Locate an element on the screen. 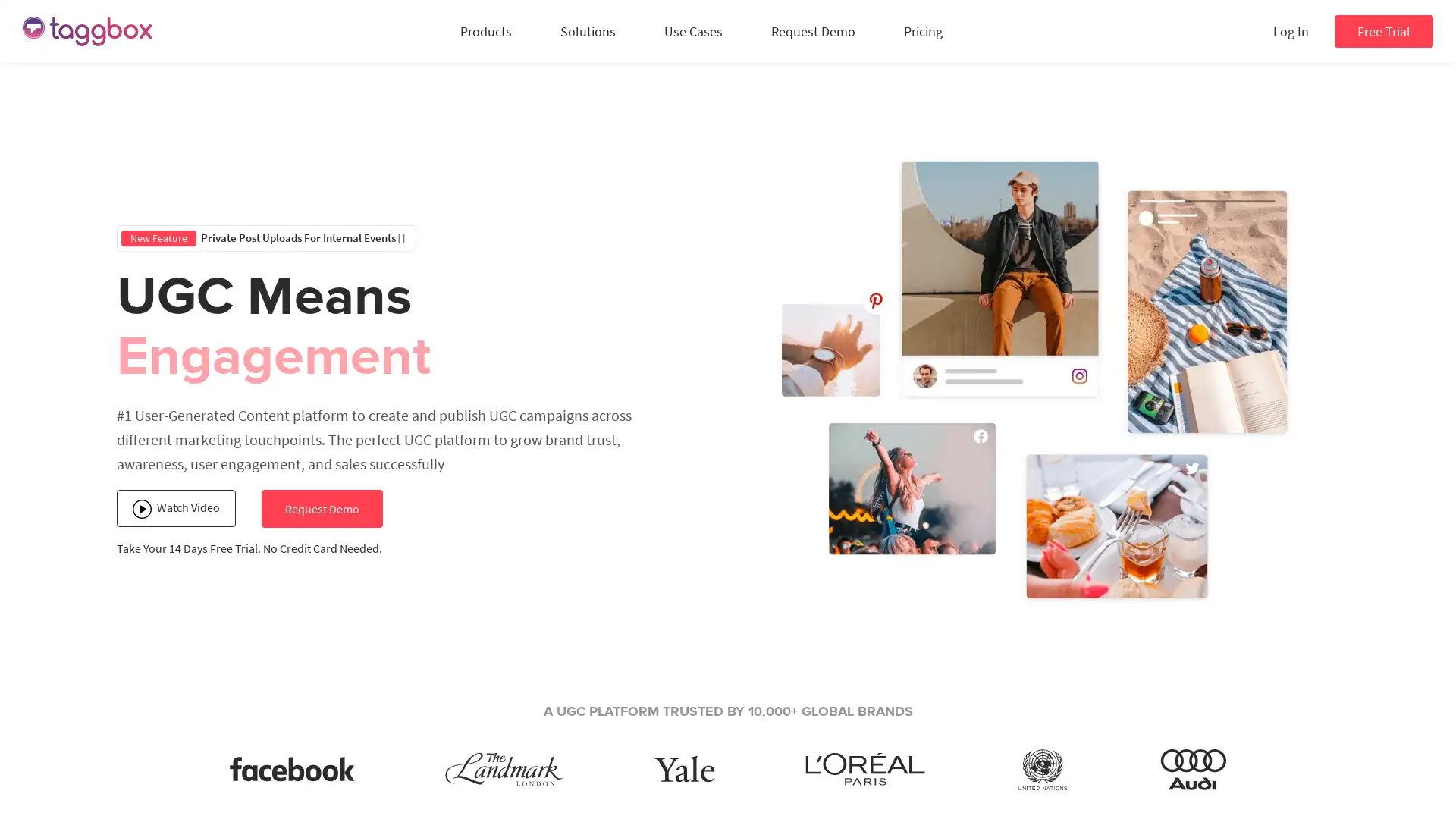  Log In is located at coordinates (1290, 31).